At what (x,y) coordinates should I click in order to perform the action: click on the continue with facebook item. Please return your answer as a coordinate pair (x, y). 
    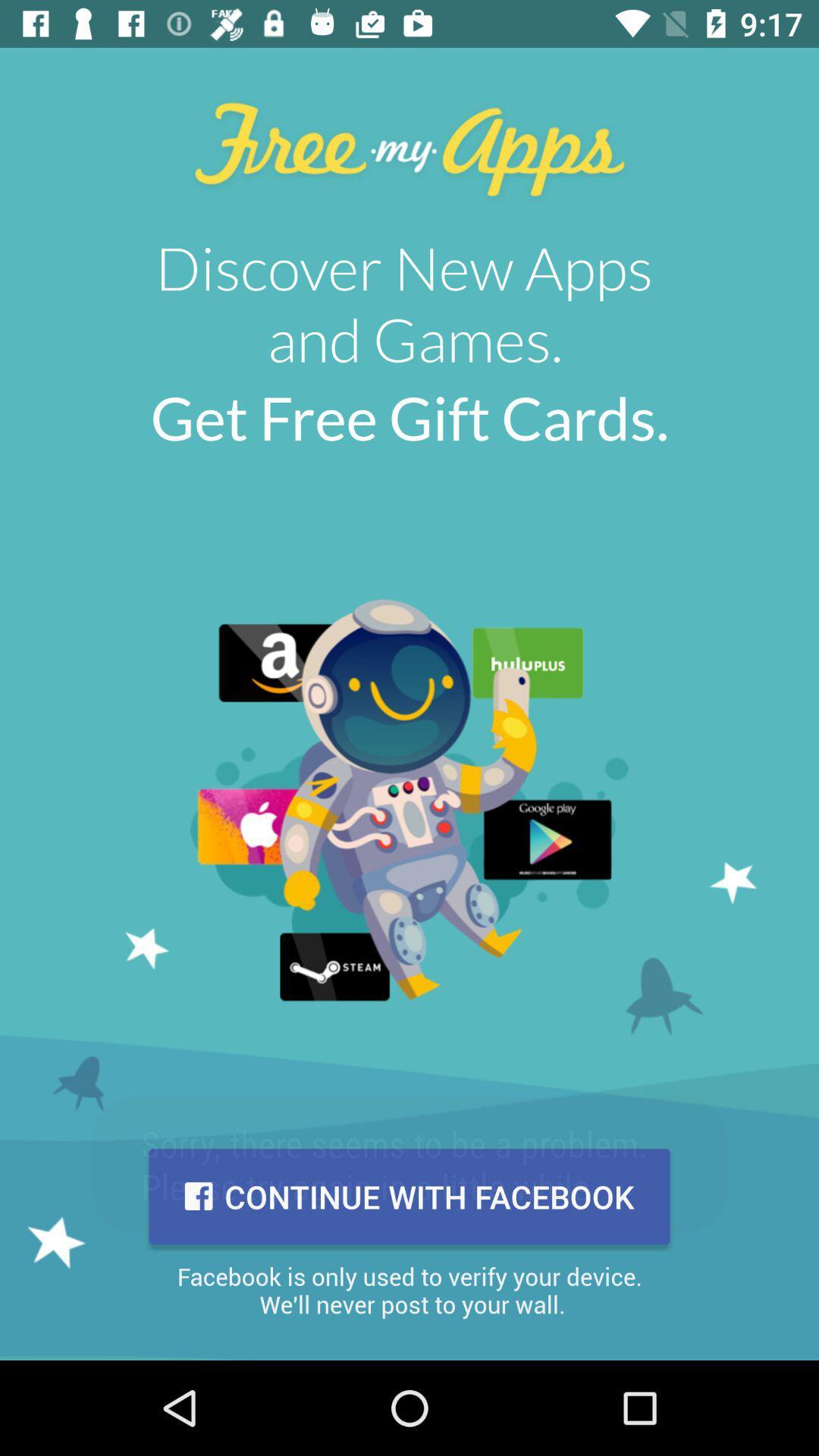
    Looking at the image, I should click on (409, 1196).